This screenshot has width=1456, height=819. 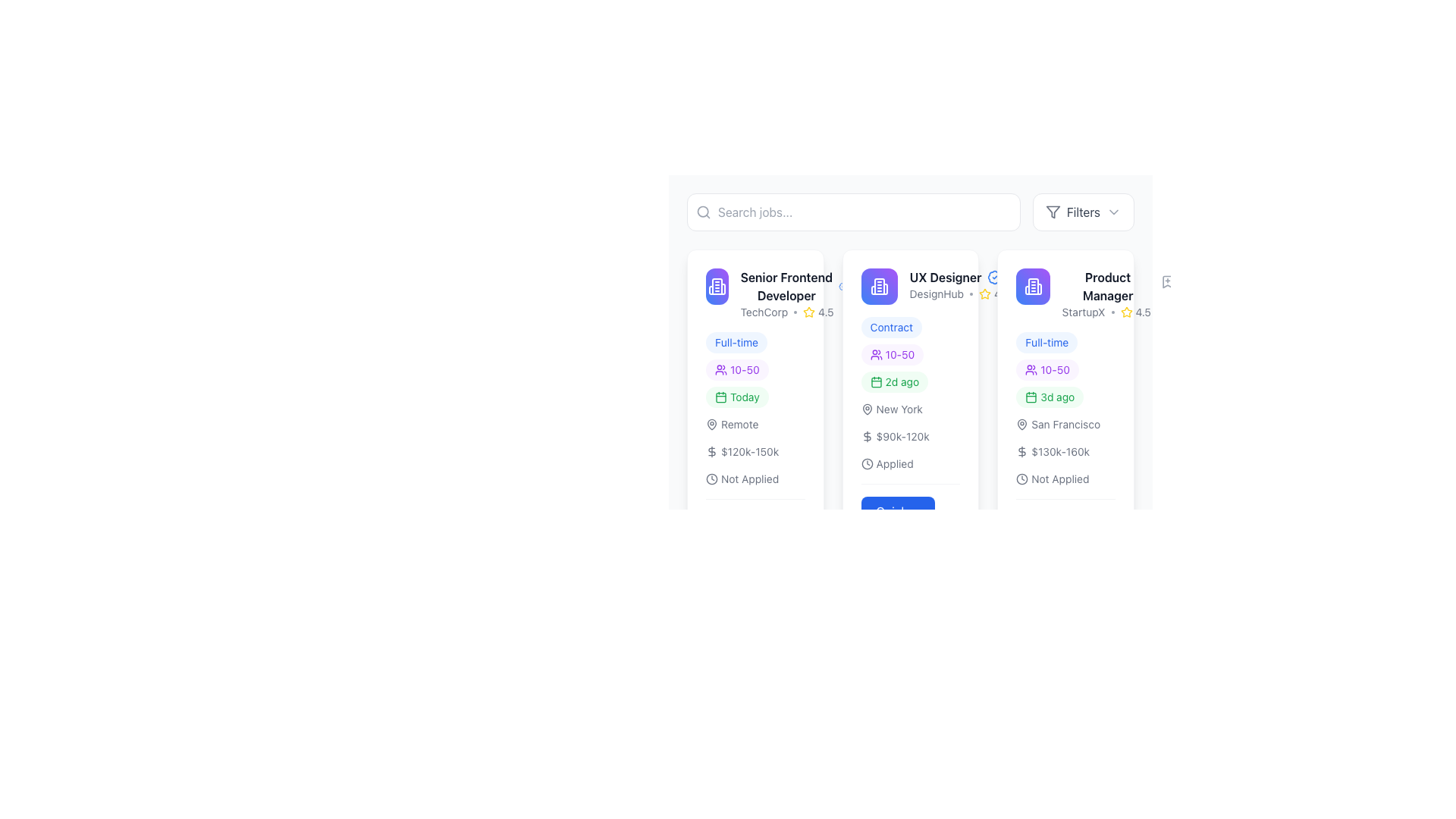 I want to click on information displayed in the vertically arranged list of job attributes for the 'Product Manager' position, located in the rightmost column of job listings, so click(x=1065, y=409).